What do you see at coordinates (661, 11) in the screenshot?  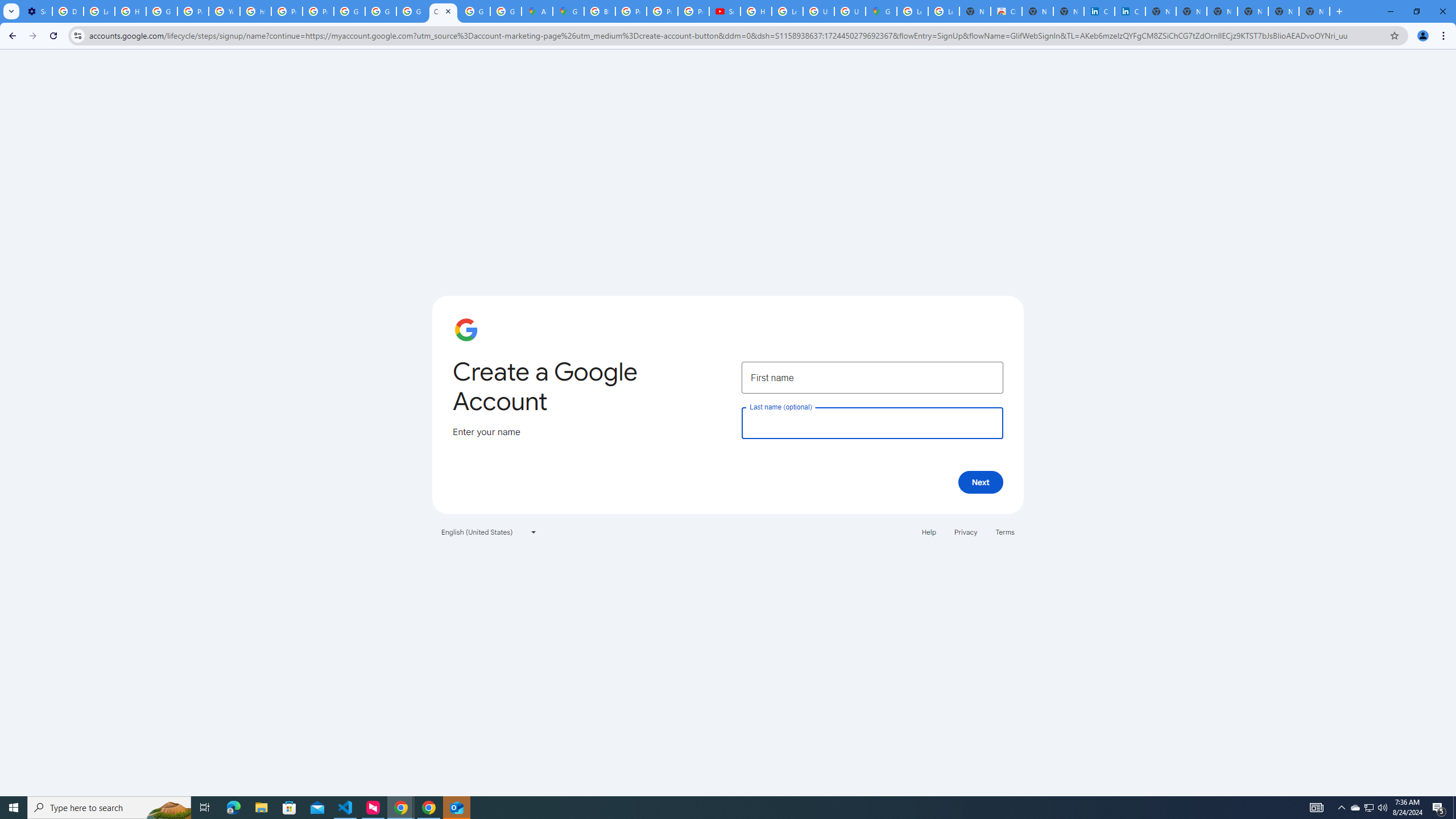 I see `'Privacy Help Center - Policies Help'` at bounding box center [661, 11].